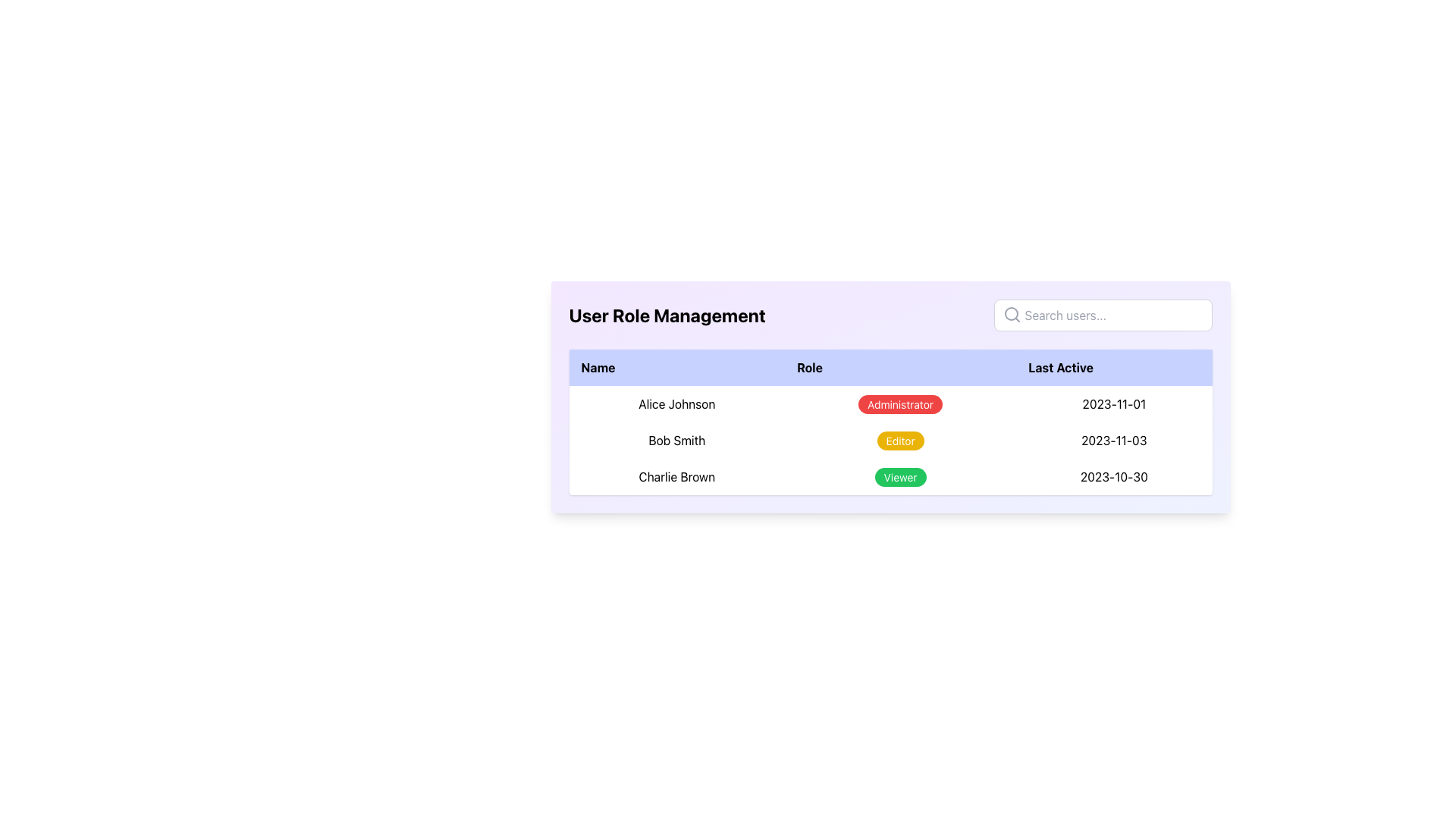  What do you see at coordinates (676, 403) in the screenshot?
I see `the text label displaying 'Alice Johnson' in the tabular interface, which indicates her identity as part of the row's data` at bounding box center [676, 403].